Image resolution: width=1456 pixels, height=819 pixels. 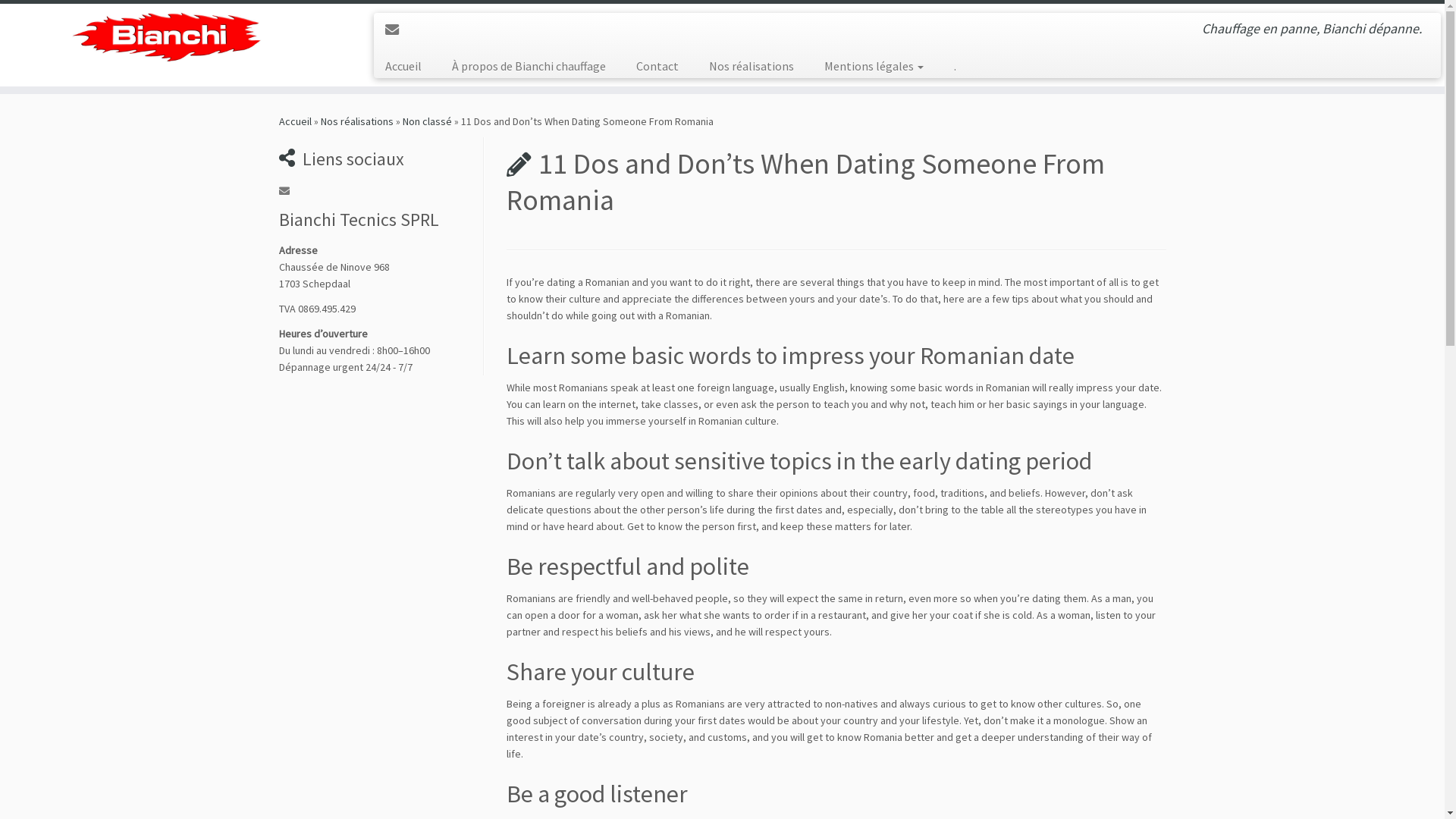 What do you see at coordinates (946, 65) in the screenshot?
I see `'.'` at bounding box center [946, 65].